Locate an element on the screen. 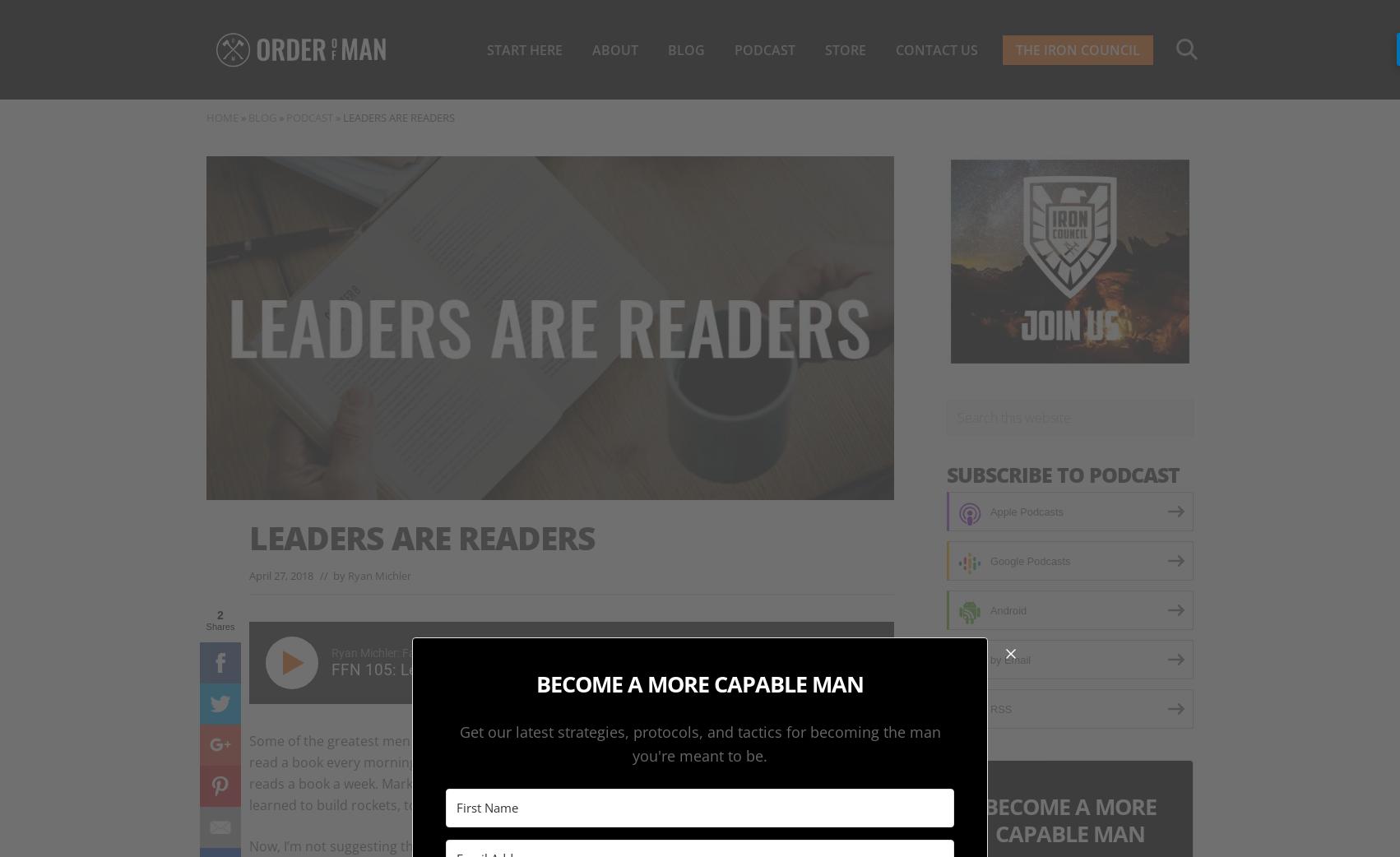 This screenshot has height=857, width=1400. 'April 27, 2018' is located at coordinates (280, 573).